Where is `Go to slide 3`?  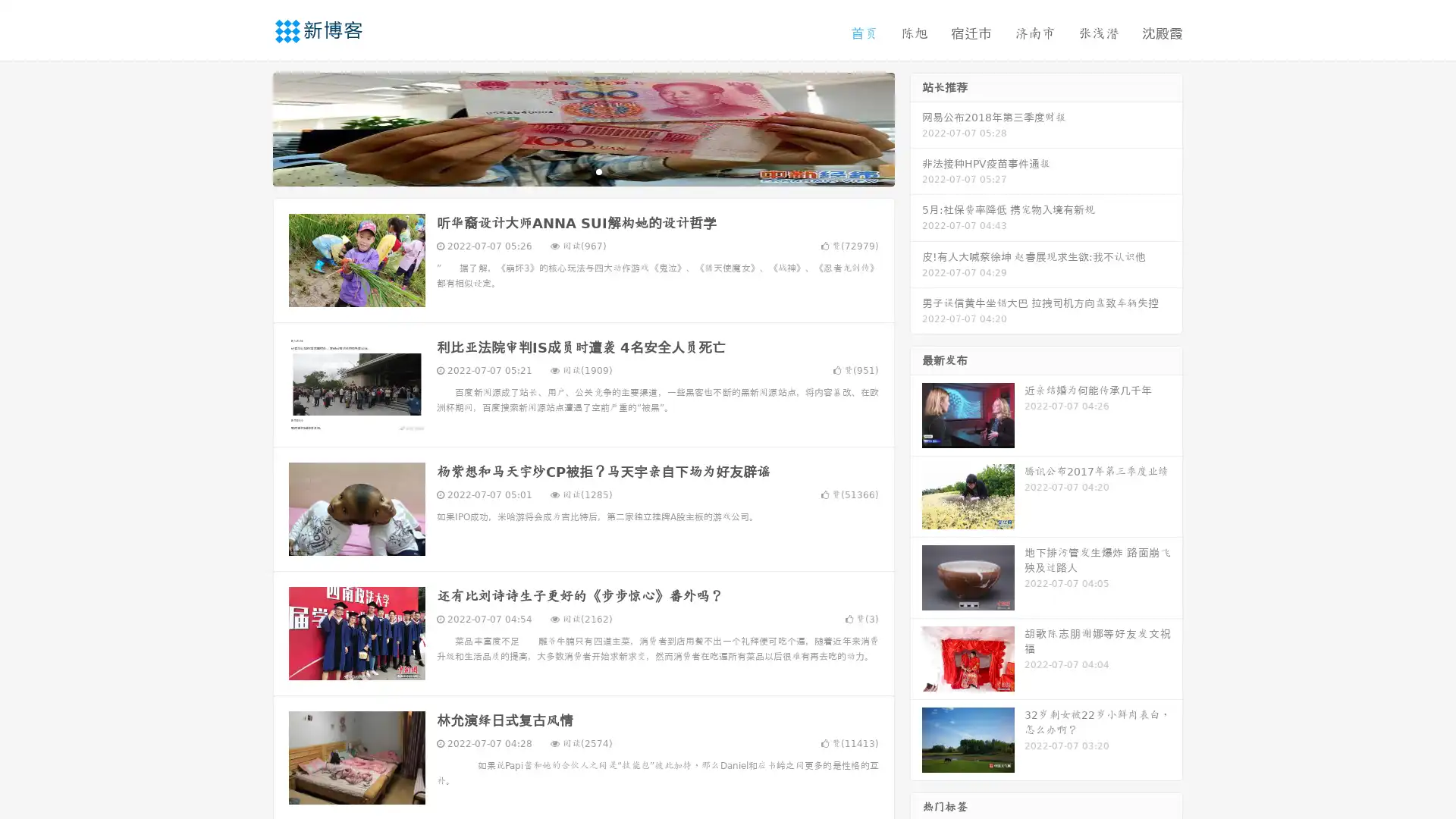 Go to slide 3 is located at coordinates (598, 171).